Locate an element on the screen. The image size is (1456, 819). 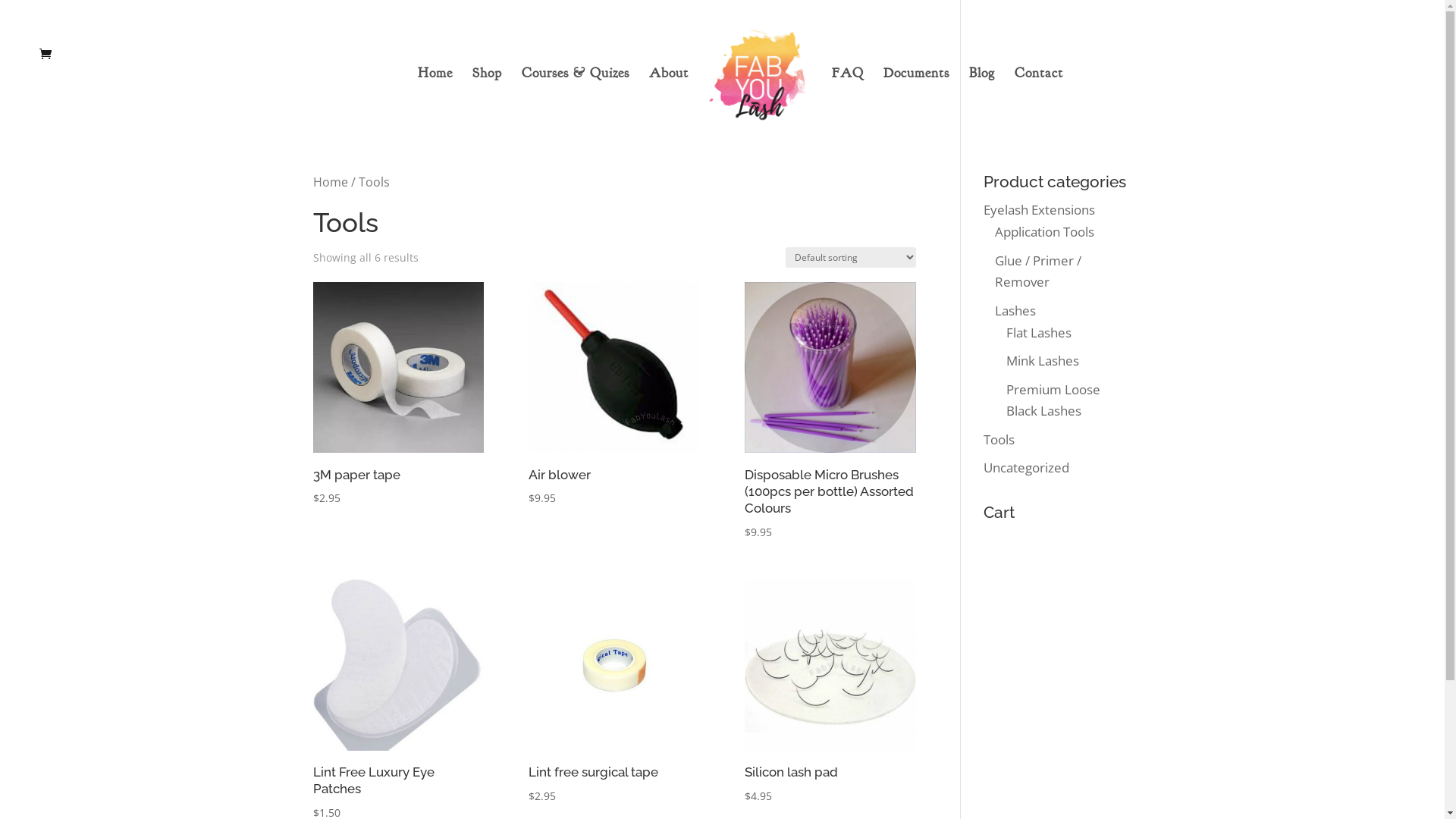
'FAQ' is located at coordinates (847, 98).